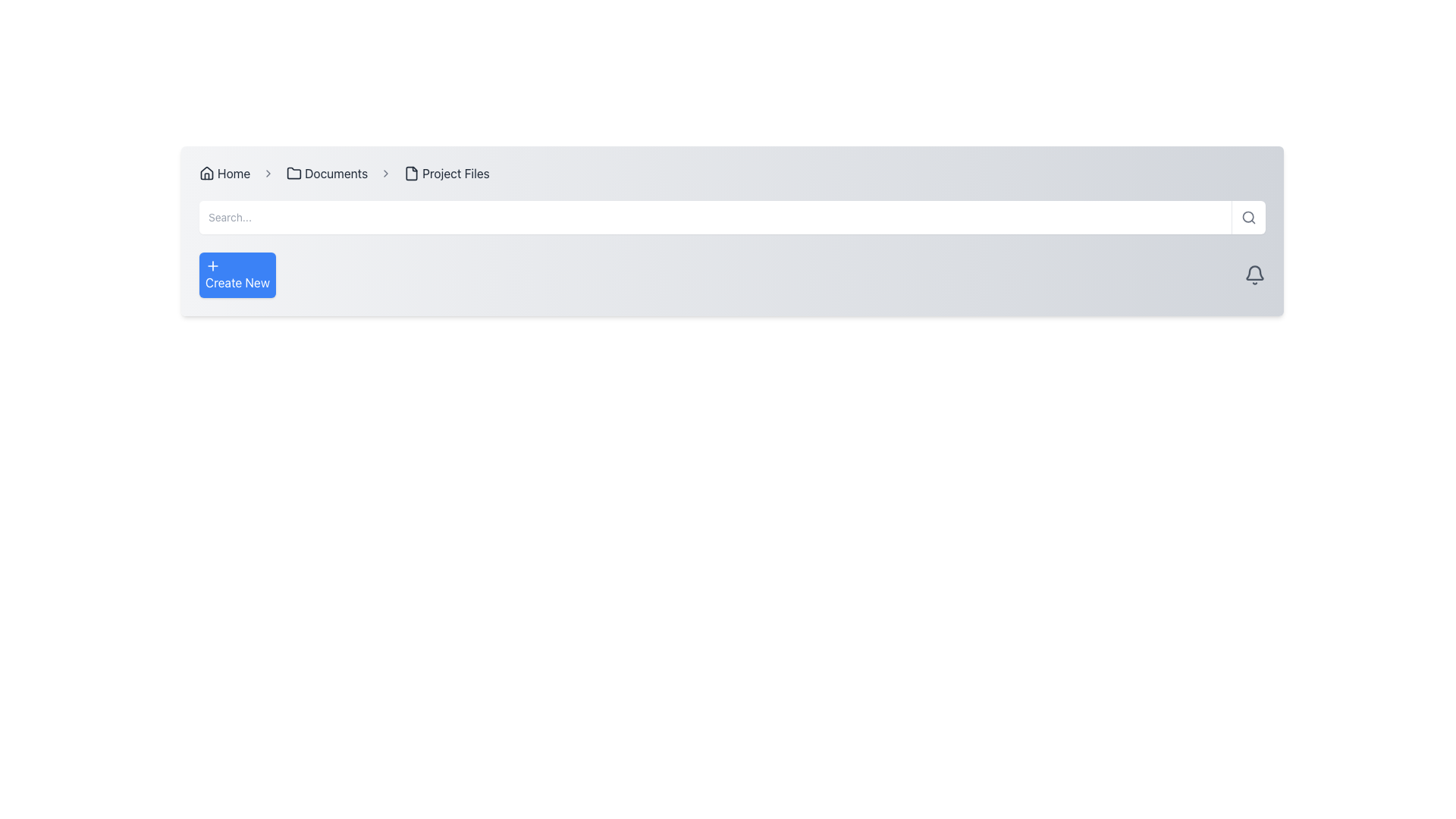 This screenshot has width=1456, height=819. What do you see at coordinates (224, 172) in the screenshot?
I see `the 'Home' link in the breadcrumb navigation bar` at bounding box center [224, 172].